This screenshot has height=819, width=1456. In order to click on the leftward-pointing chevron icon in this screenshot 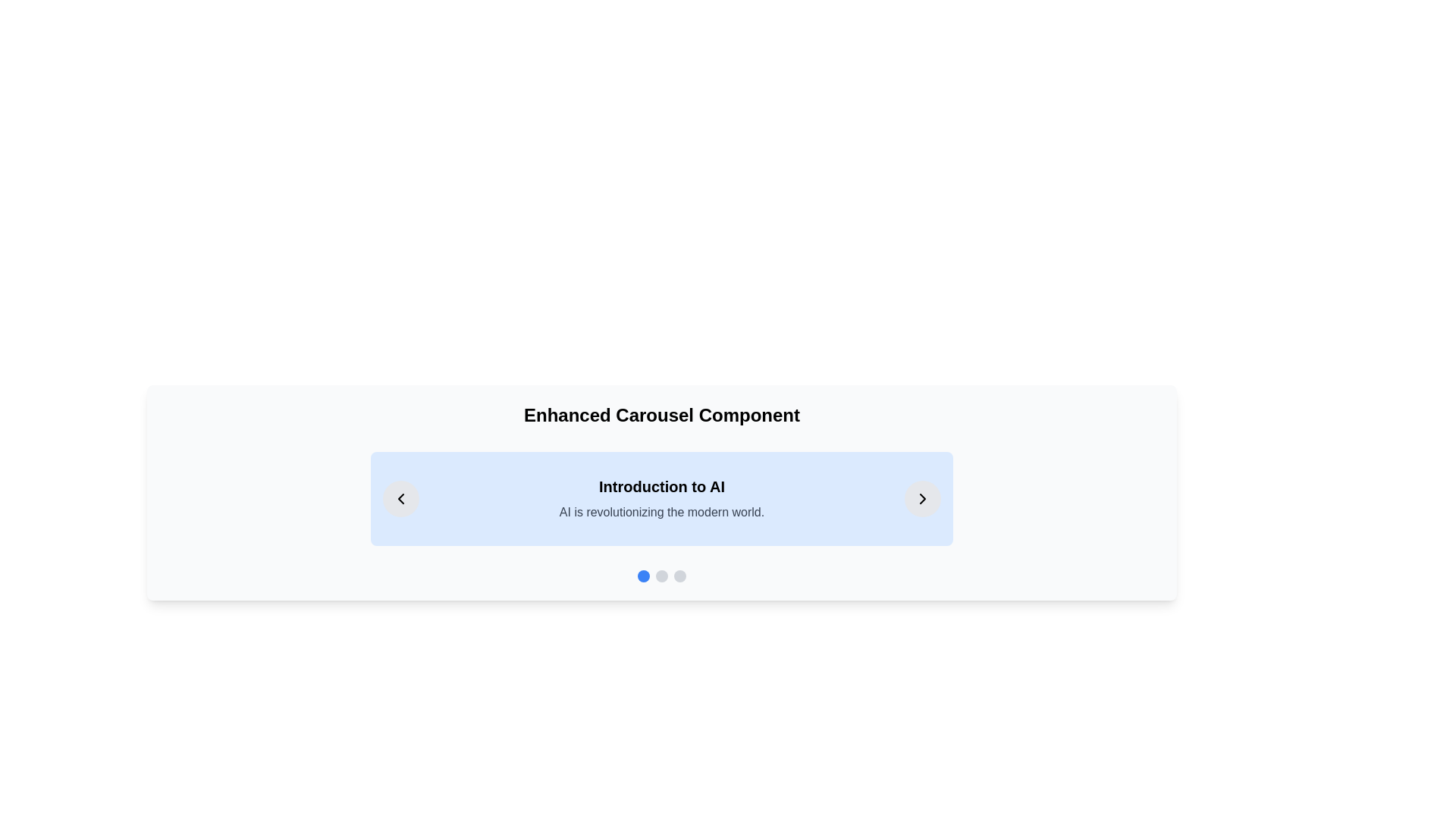, I will do `click(400, 499)`.